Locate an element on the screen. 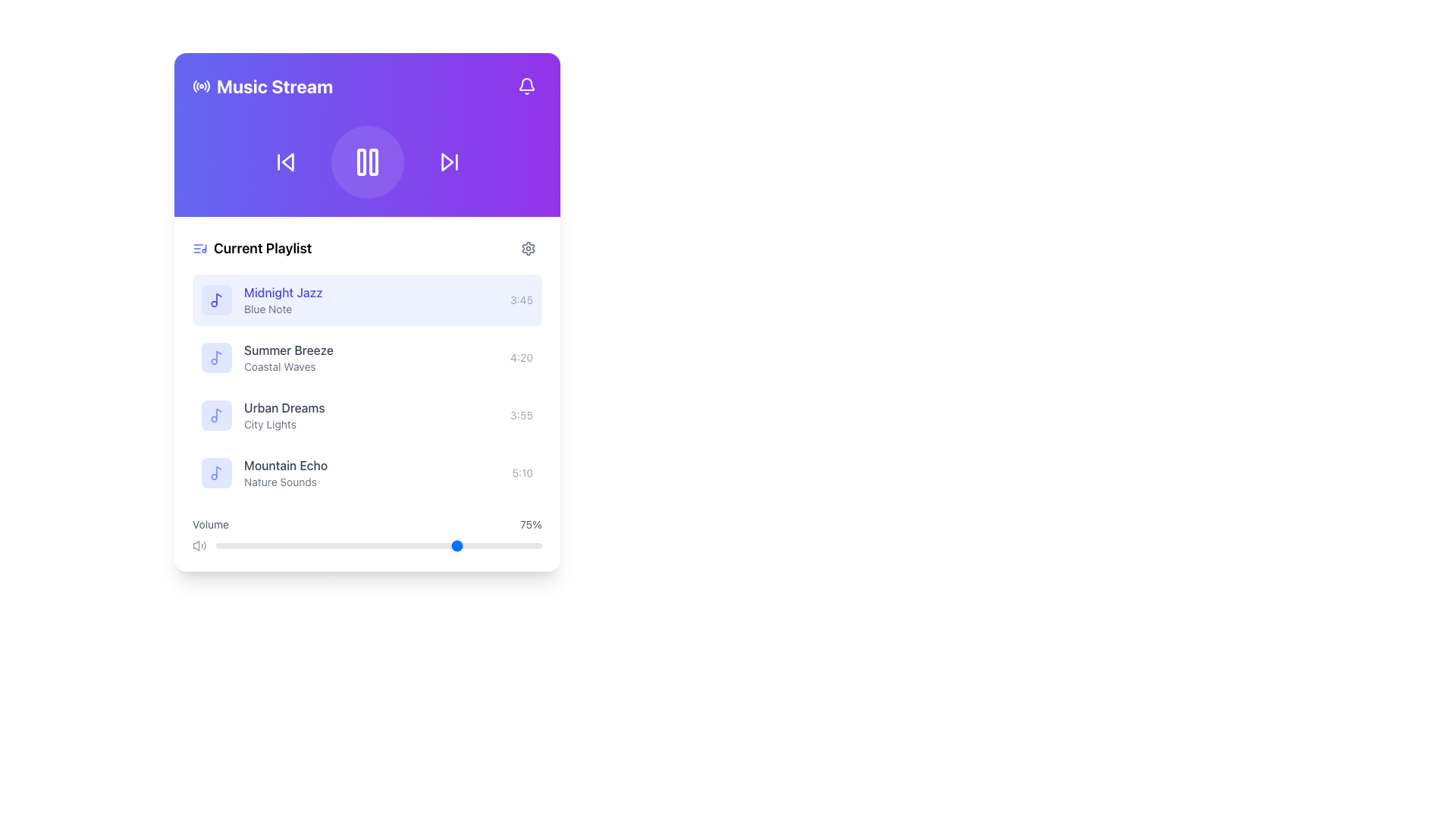 This screenshot has width=1456, height=819. the backward skip icon button, which is styled in a modern line-art design, to skip to the previous track is located at coordinates (285, 162).